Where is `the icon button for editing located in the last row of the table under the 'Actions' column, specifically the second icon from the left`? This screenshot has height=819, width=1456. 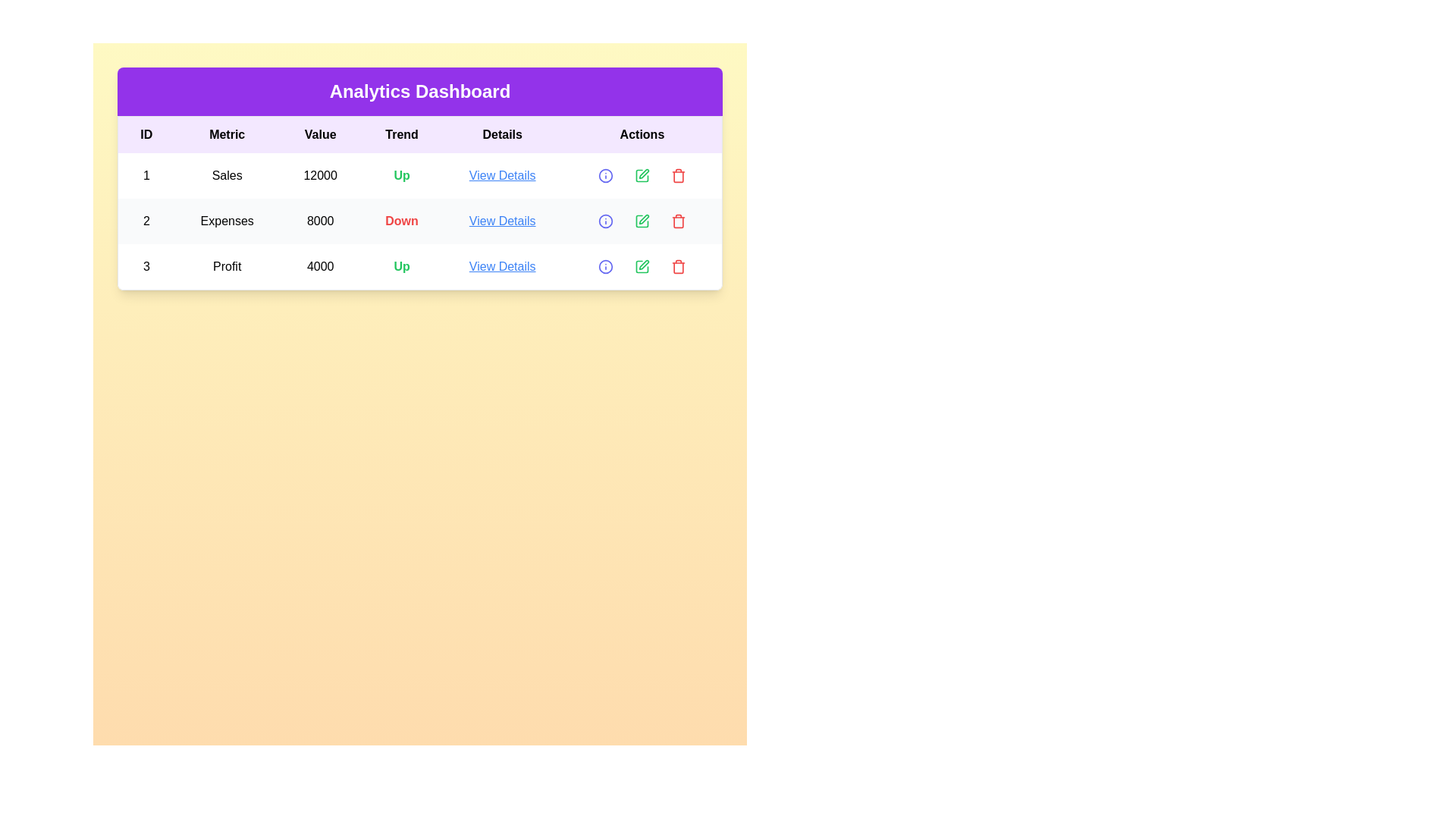 the icon button for editing located in the last row of the table under the 'Actions' column, specifically the second icon from the left is located at coordinates (641, 265).